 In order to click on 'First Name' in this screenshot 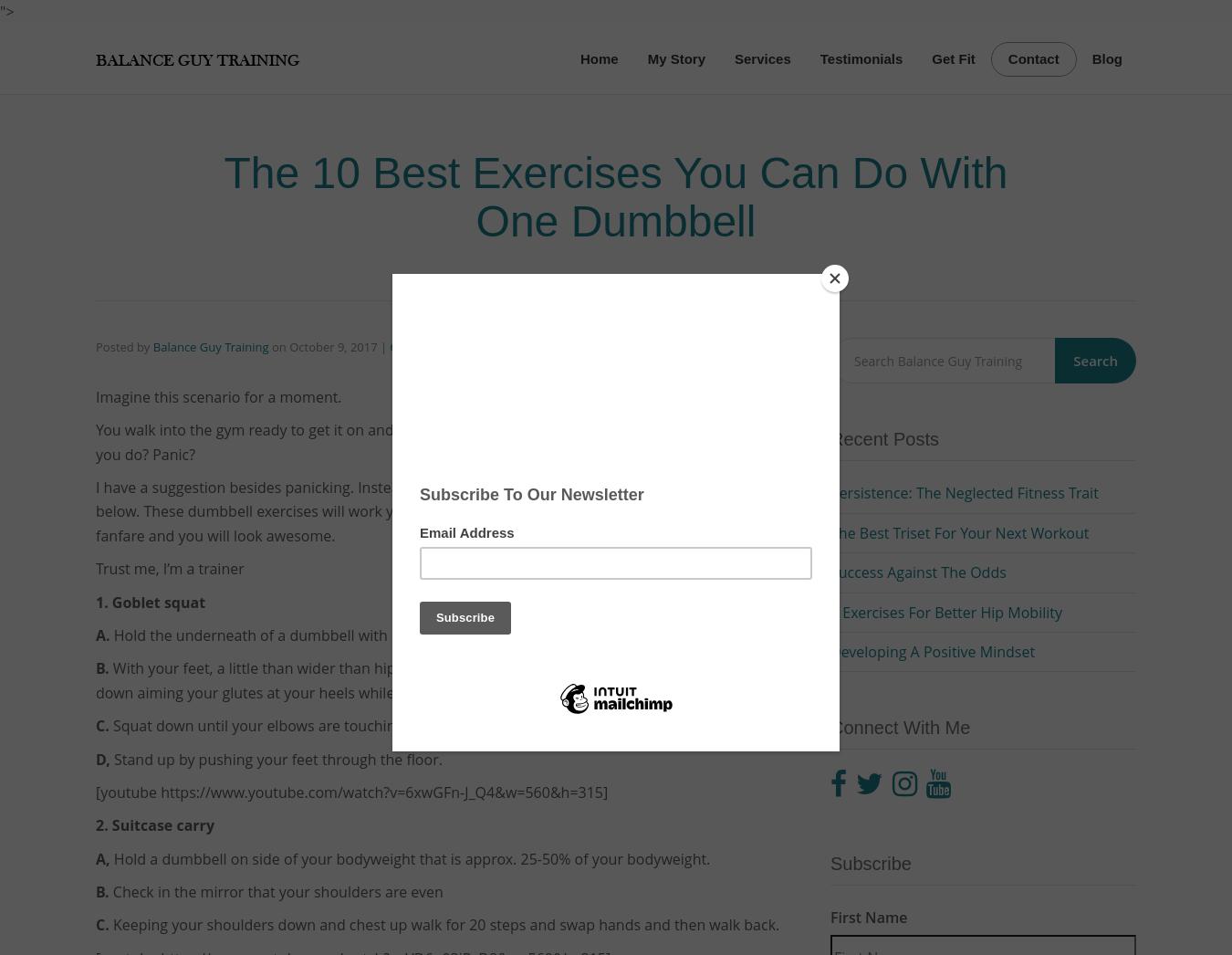, I will do `click(868, 917)`.